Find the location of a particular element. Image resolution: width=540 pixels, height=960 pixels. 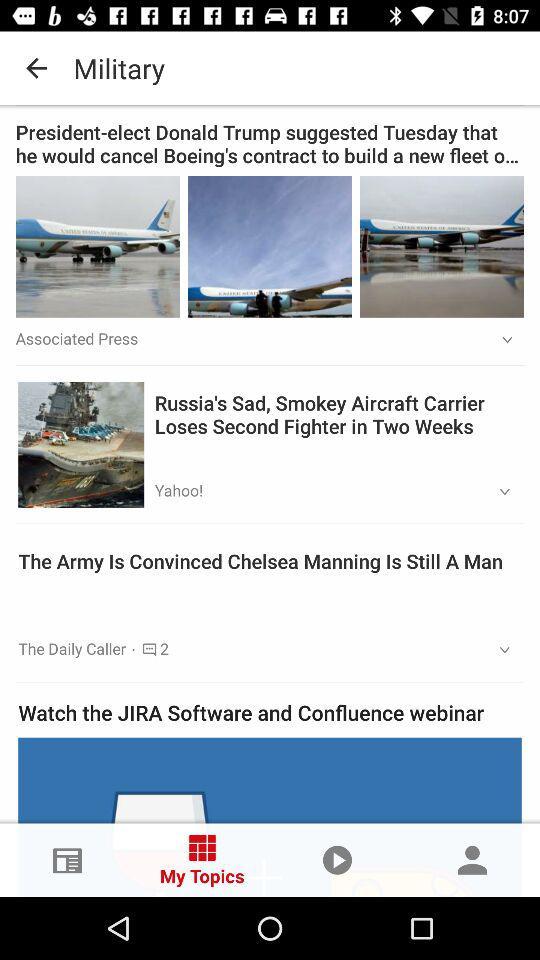

the image is in the middle is located at coordinates (270, 246).